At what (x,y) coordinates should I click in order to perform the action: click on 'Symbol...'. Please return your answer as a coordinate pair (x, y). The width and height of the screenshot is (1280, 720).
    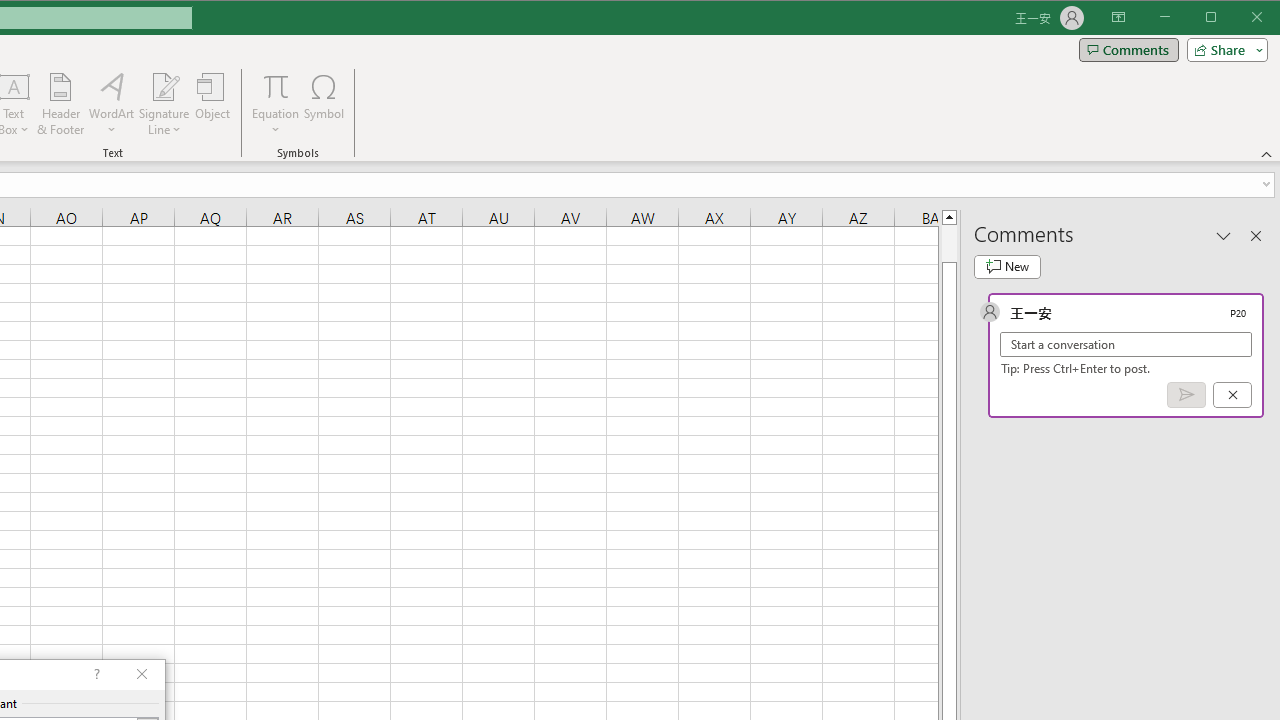
    Looking at the image, I should click on (324, 104).